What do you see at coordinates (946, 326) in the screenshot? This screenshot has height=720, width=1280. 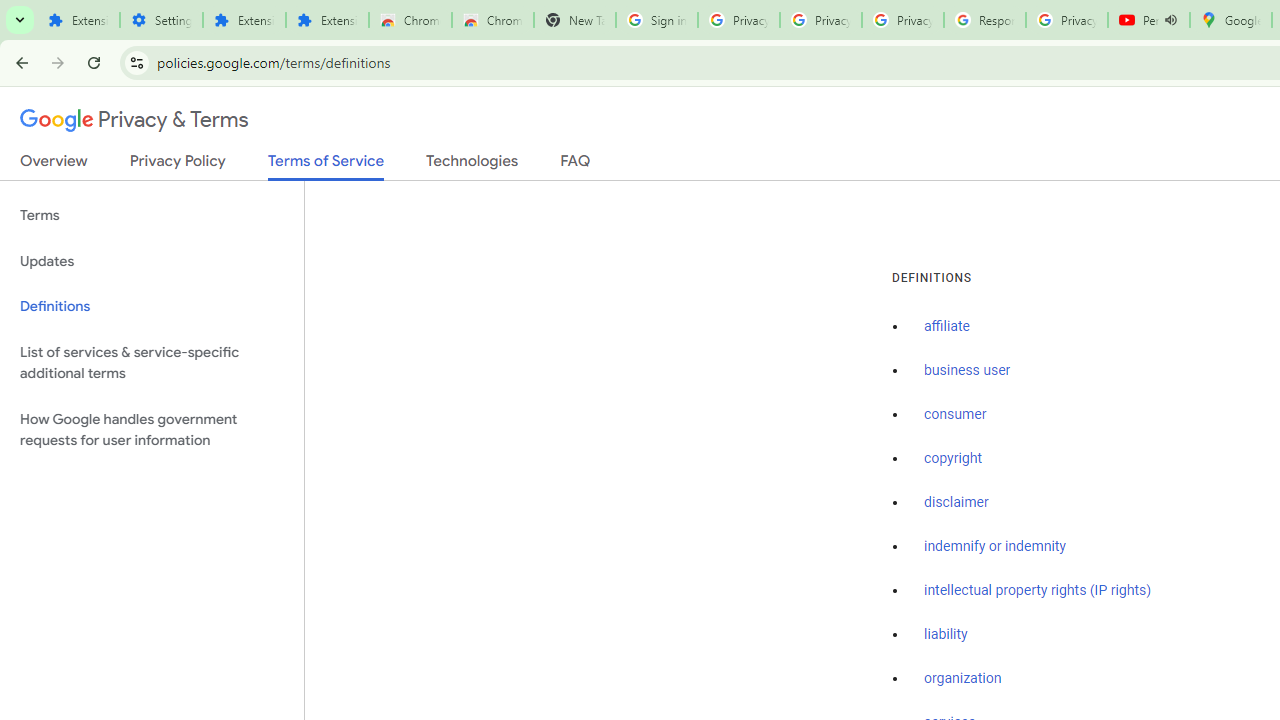 I see `'affiliate'` at bounding box center [946, 326].